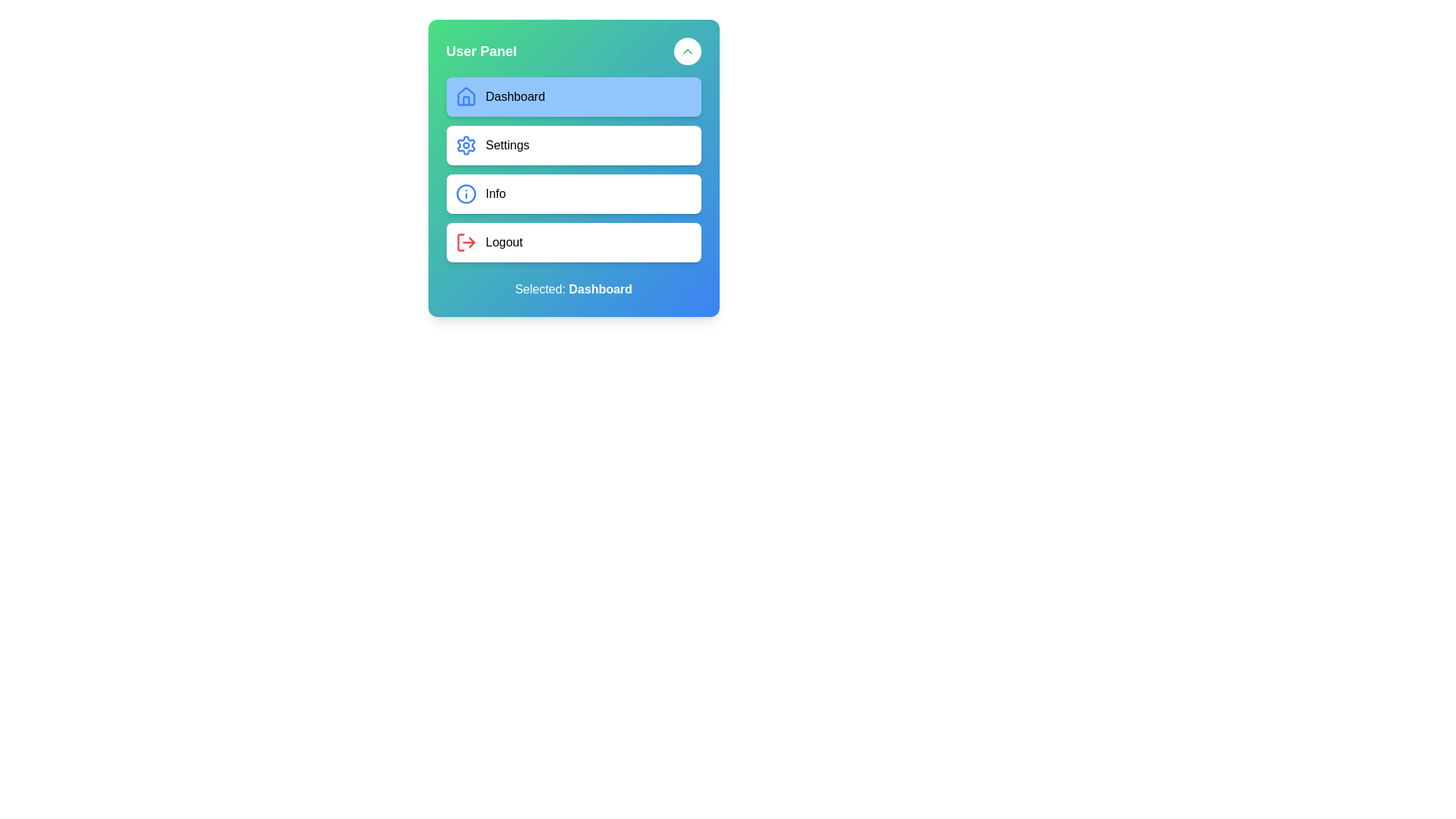 Image resolution: width=1456 pixels, height=819 pixels. I want to click on the 'Info' SVG icon located to the left of the 'Info' label in the third interactive row of the sidebar menu for navigation assistance, so click(465, 193).